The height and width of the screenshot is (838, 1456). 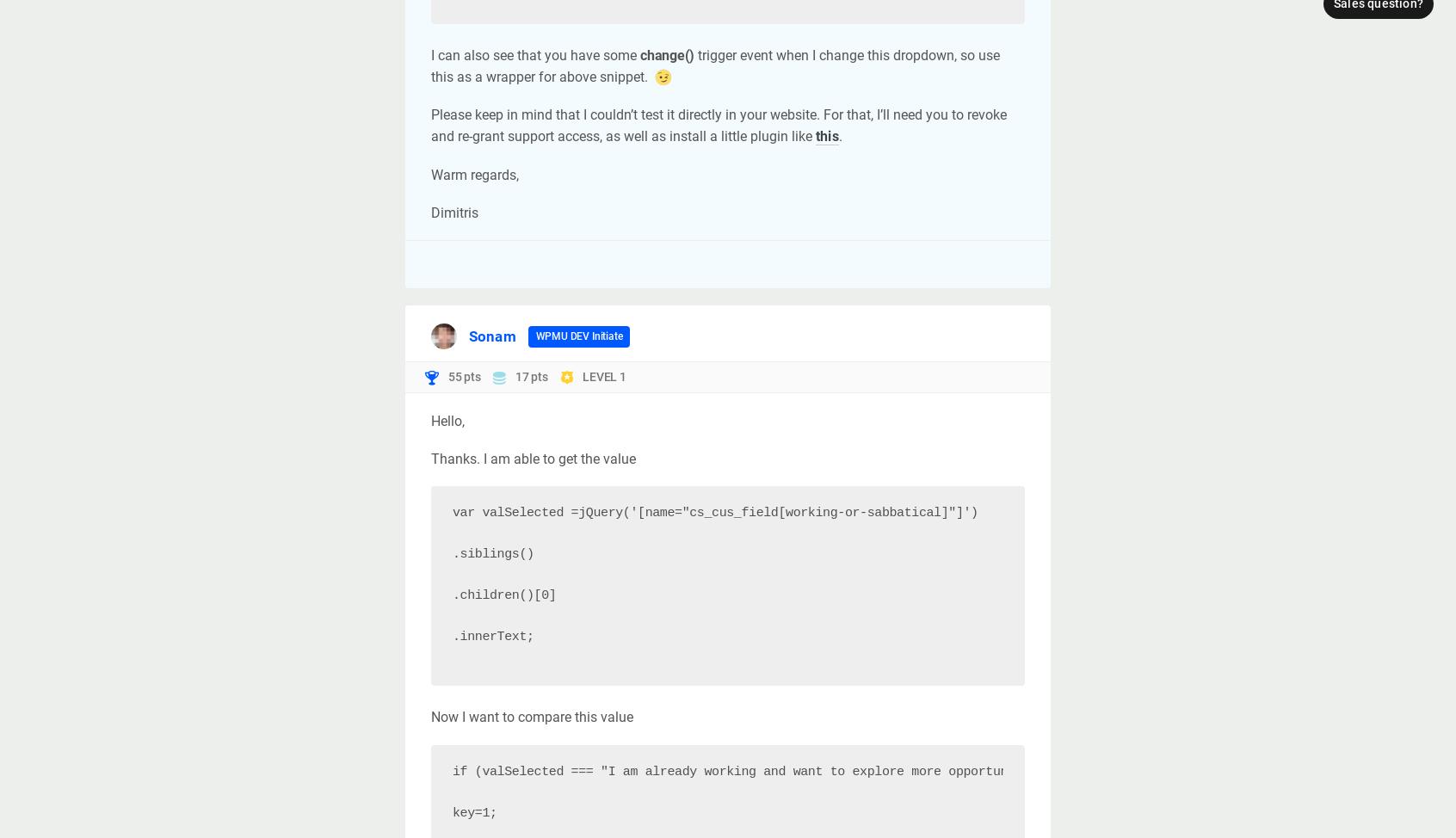 I want to click on '1', so click(x=618, y=375).